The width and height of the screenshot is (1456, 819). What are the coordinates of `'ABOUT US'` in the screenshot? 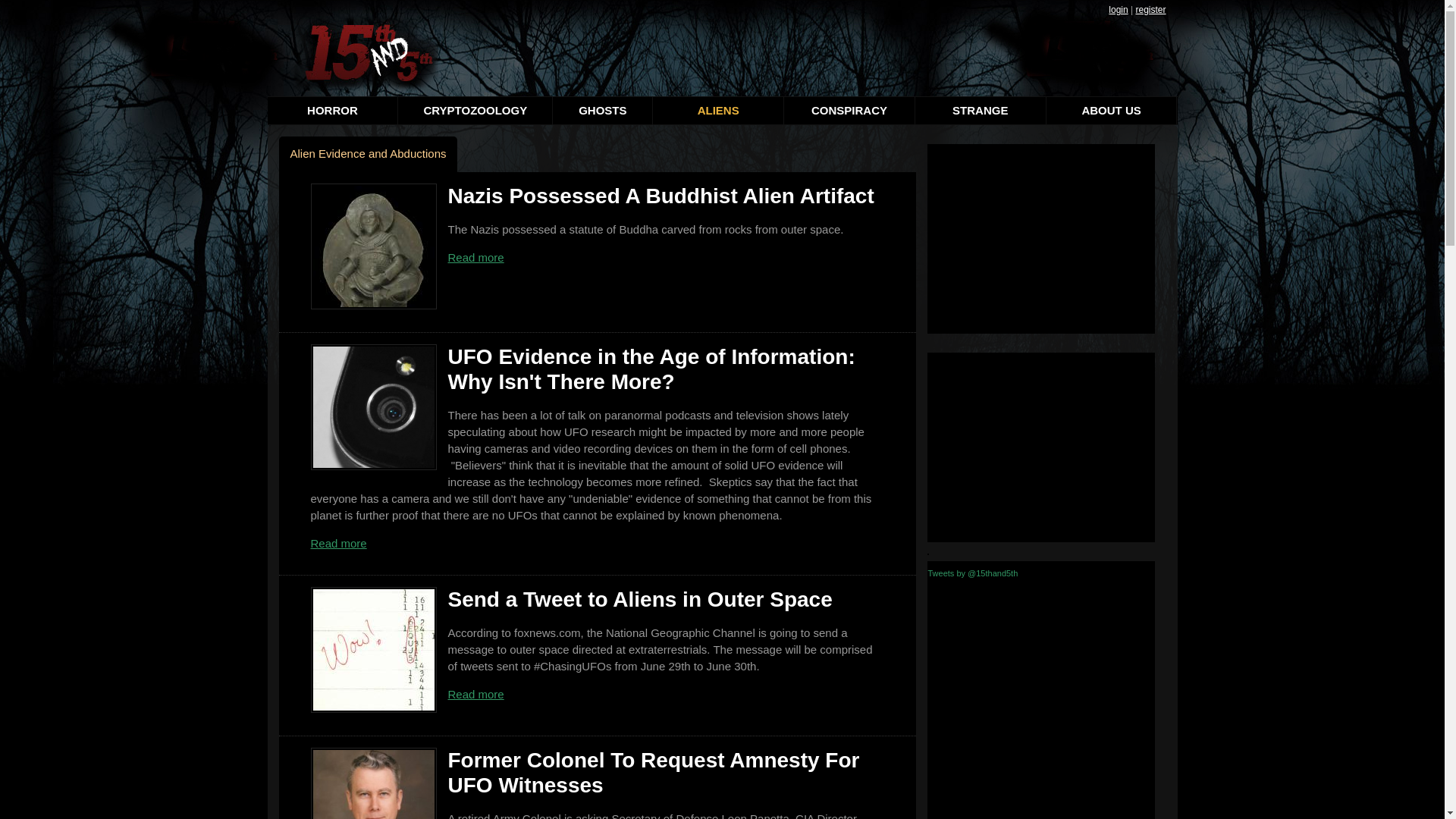 It's located at (1112, 110).